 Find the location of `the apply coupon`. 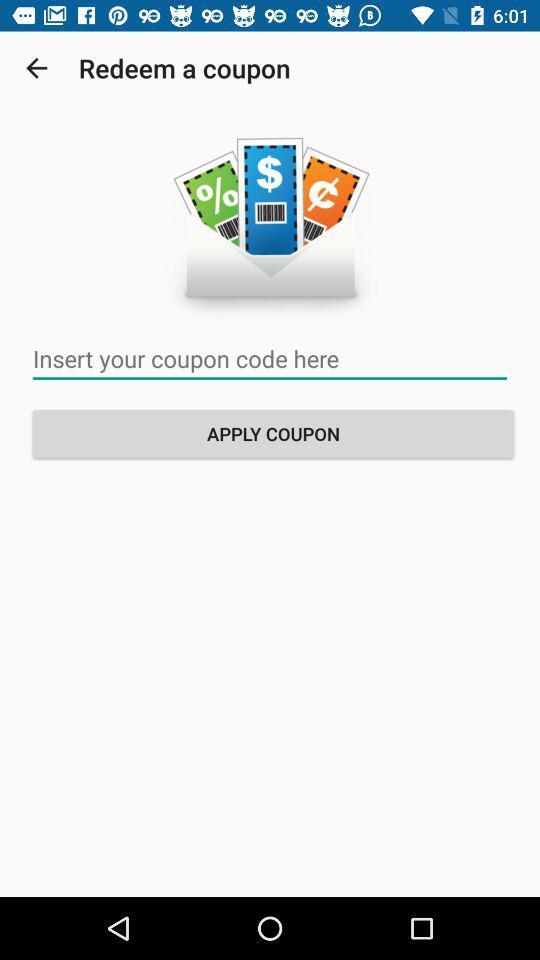

the apply coupon is located at coordinates (272, 433).